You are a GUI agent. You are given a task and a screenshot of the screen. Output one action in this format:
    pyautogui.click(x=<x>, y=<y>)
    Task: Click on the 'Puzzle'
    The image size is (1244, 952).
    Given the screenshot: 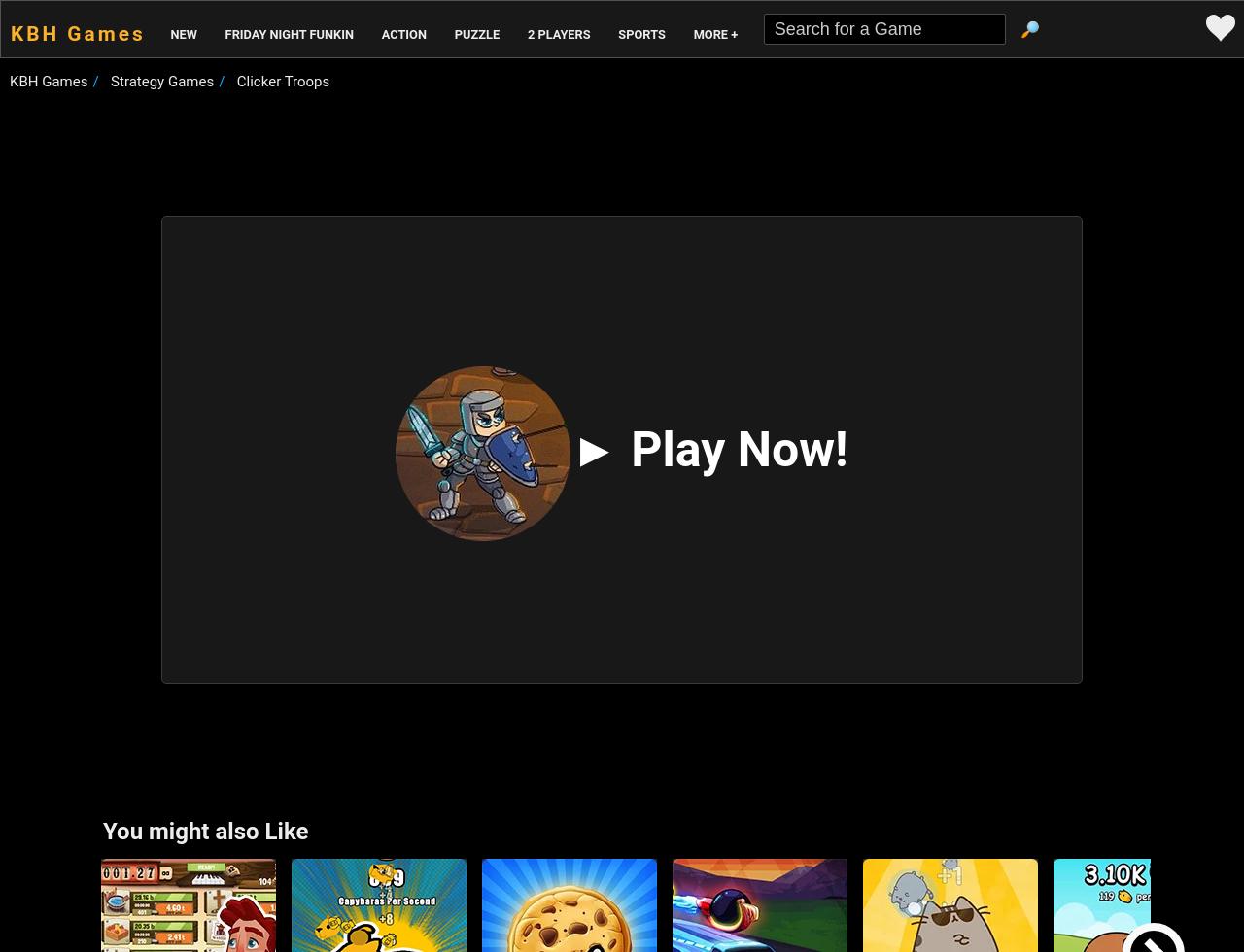 What is the action you would take?
    pyautogui.click(x=476, y=34)
    